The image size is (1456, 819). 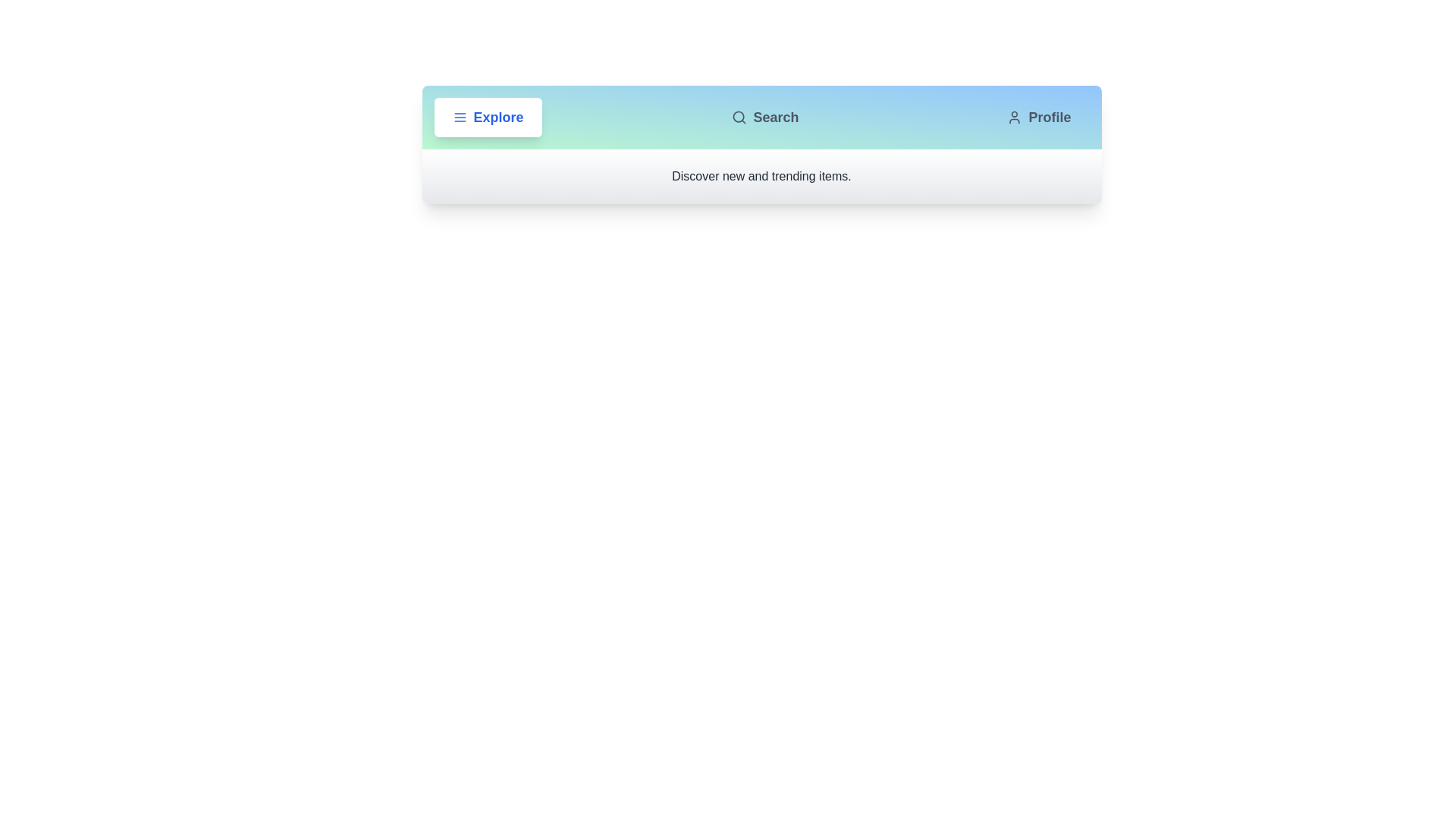 What do you see at coordinates (488, 116) in the screenshot?
I see `the tab Explore by clicking on its button` at bounding box center [488, 116].